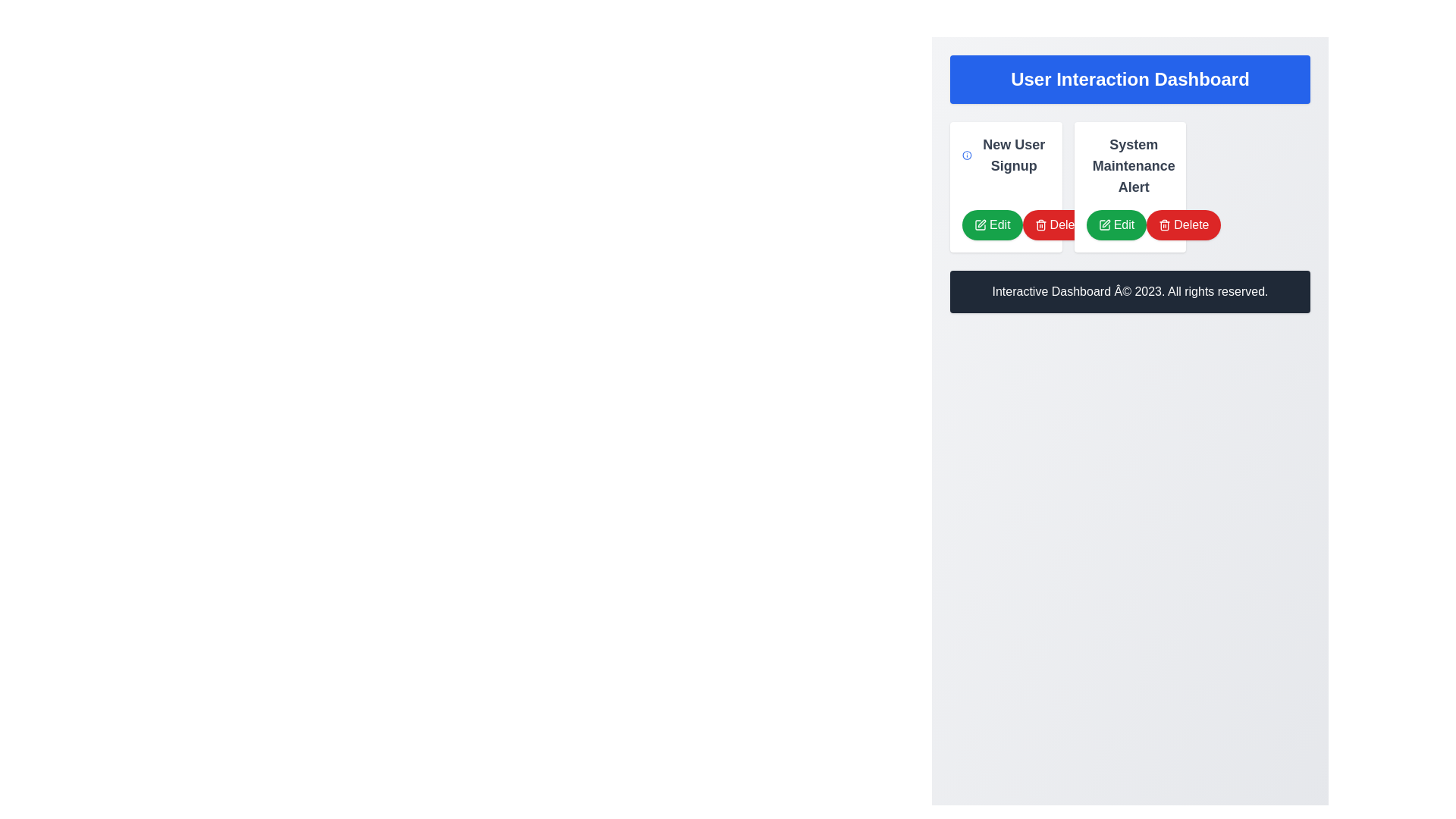 The width and height of the screenshot is (1456, 819). What do you see at coordinates (1006, 225) in the screenshot?
I see `the green 'Edit' button with a pen icon located under the 'New User Signup' section of the 'User Interaction Dashboard' to initiate the edit action` at bounding box center [1006, 225].